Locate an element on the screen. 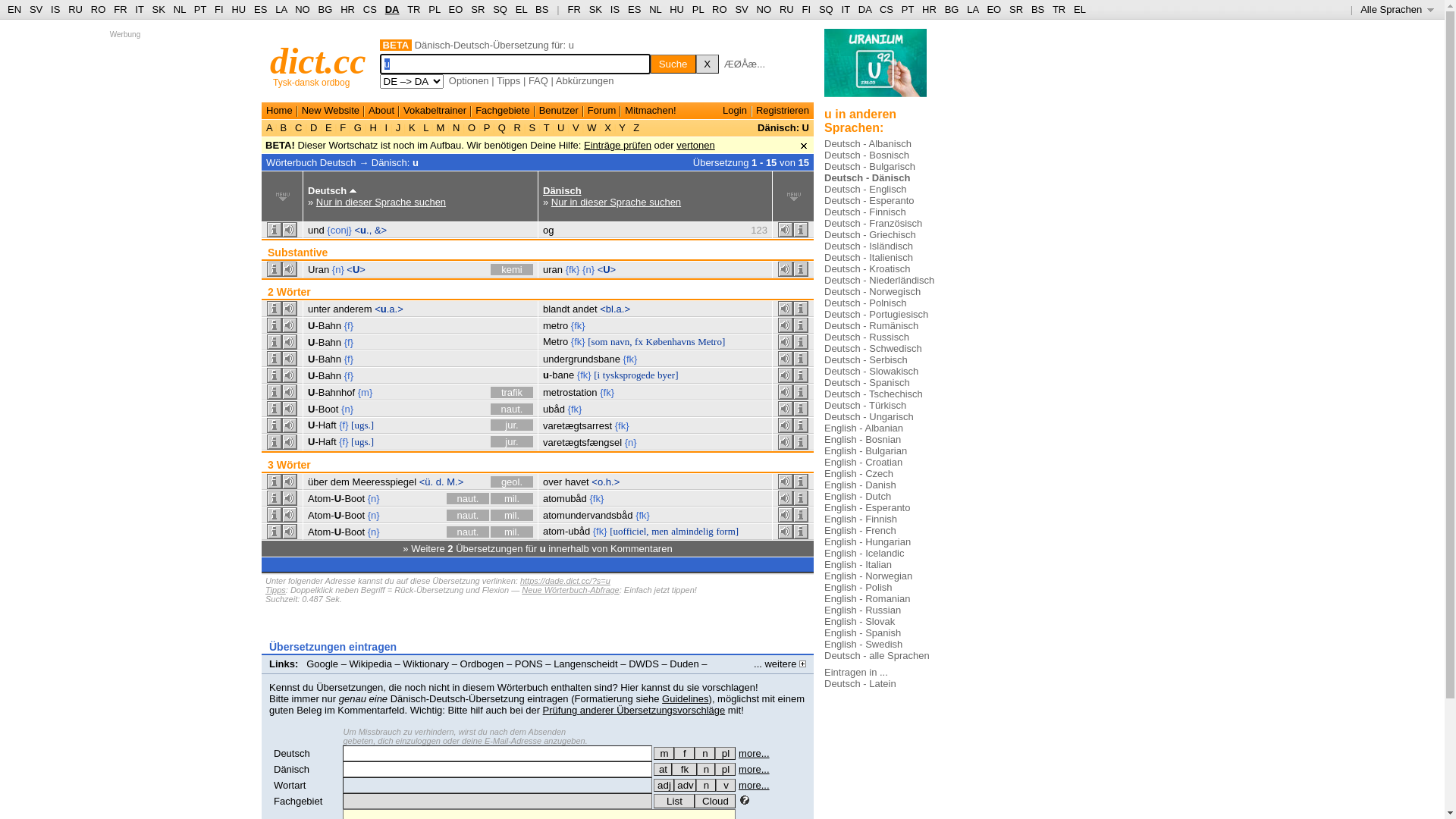  '<u.,' is located at coordinates (362, 230).